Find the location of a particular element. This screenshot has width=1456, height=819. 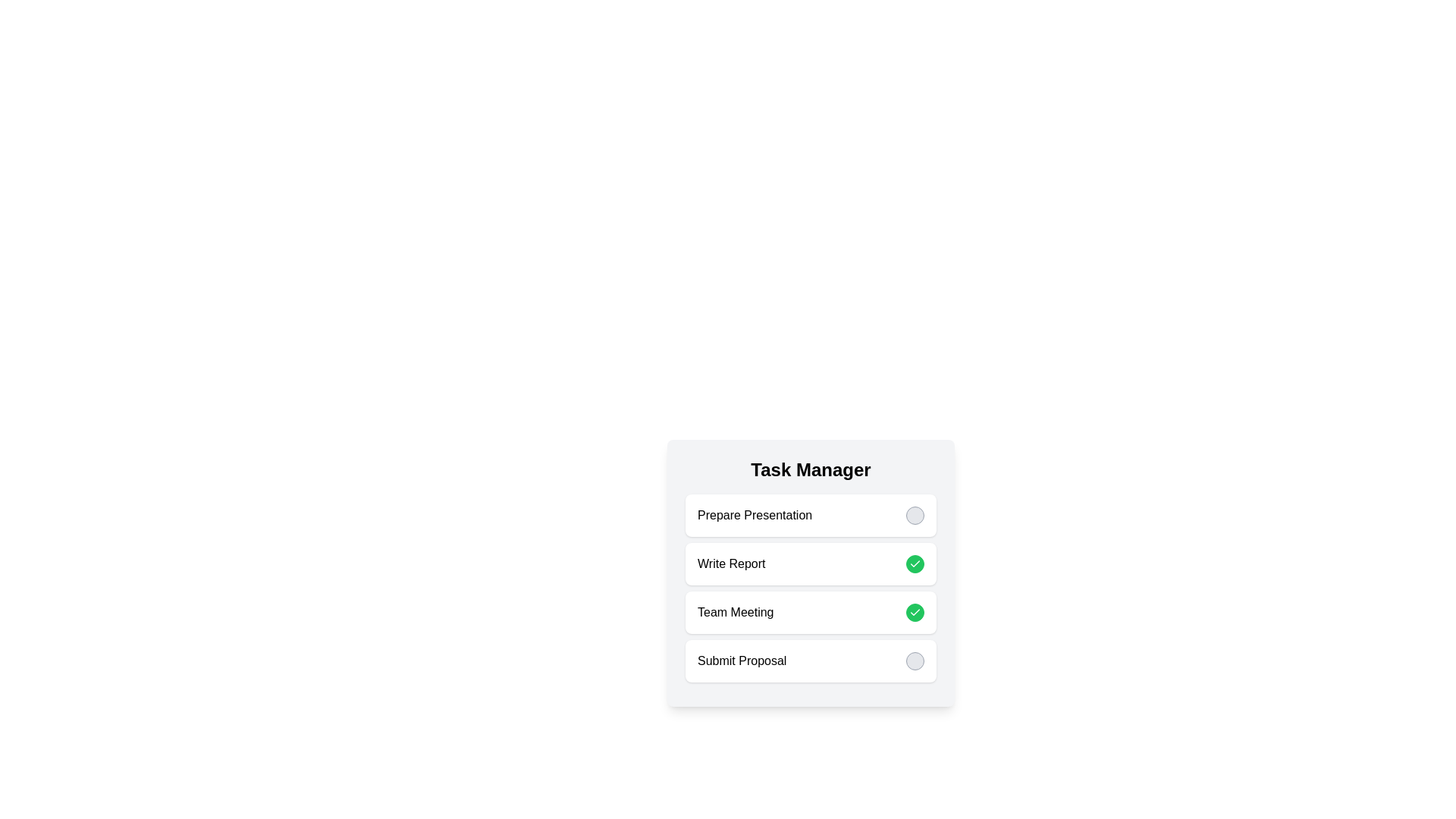

the task name Submit Proposal to select it is located at coordinates (742, 660).